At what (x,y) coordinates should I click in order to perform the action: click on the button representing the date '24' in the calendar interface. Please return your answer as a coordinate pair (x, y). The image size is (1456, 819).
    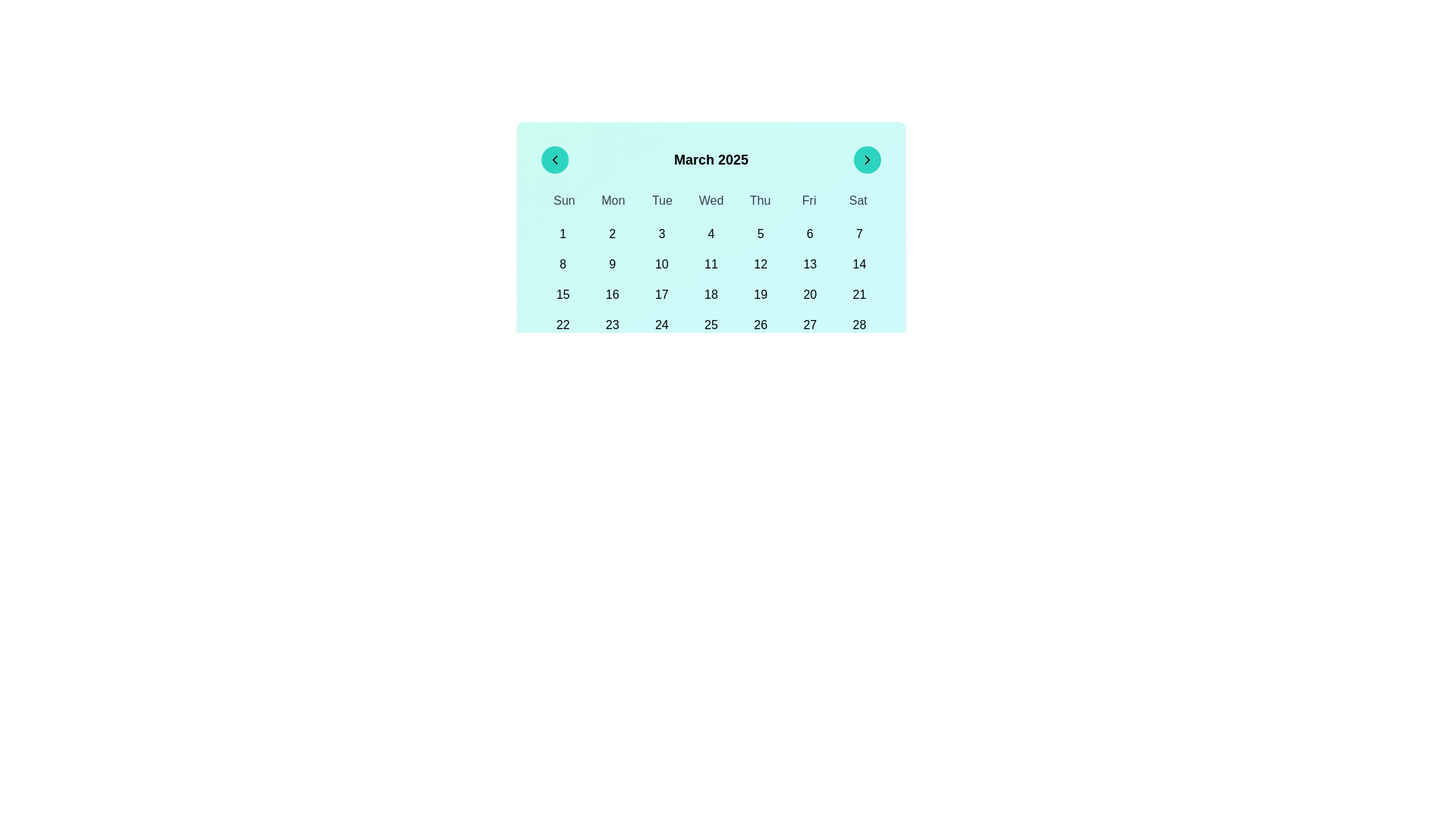
    Looking at the image, I should click on (661, 324).